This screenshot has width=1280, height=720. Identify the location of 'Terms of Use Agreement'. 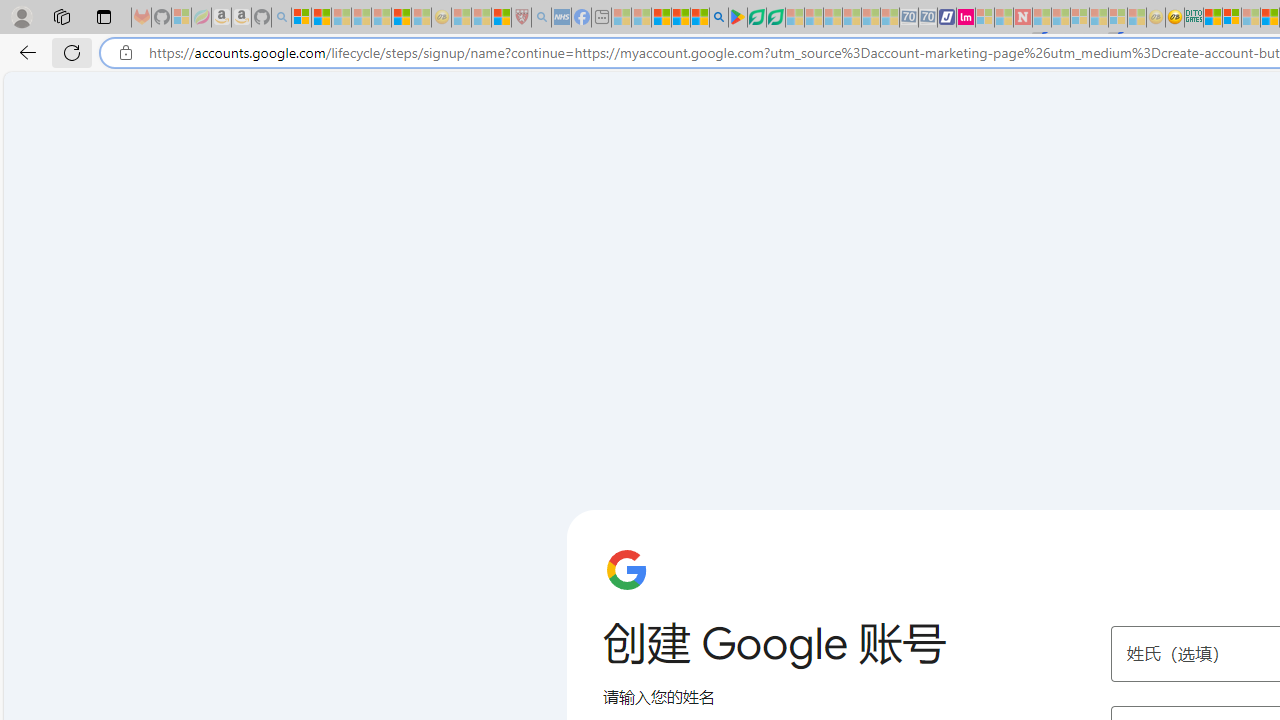
(755, 17).